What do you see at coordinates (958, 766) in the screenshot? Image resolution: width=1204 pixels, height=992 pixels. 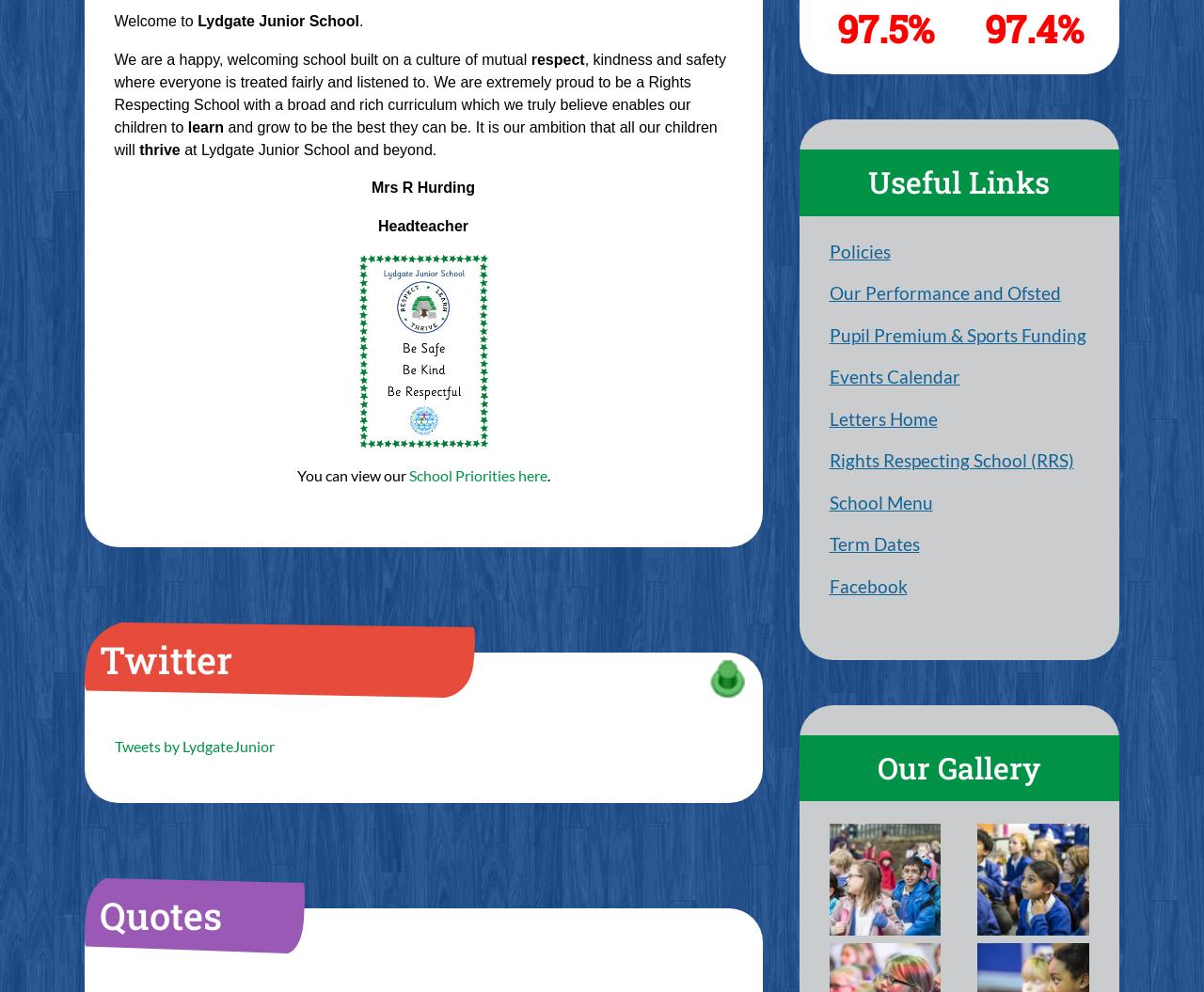 I see `'Our Gallery'` at bounding box center [958, 766].